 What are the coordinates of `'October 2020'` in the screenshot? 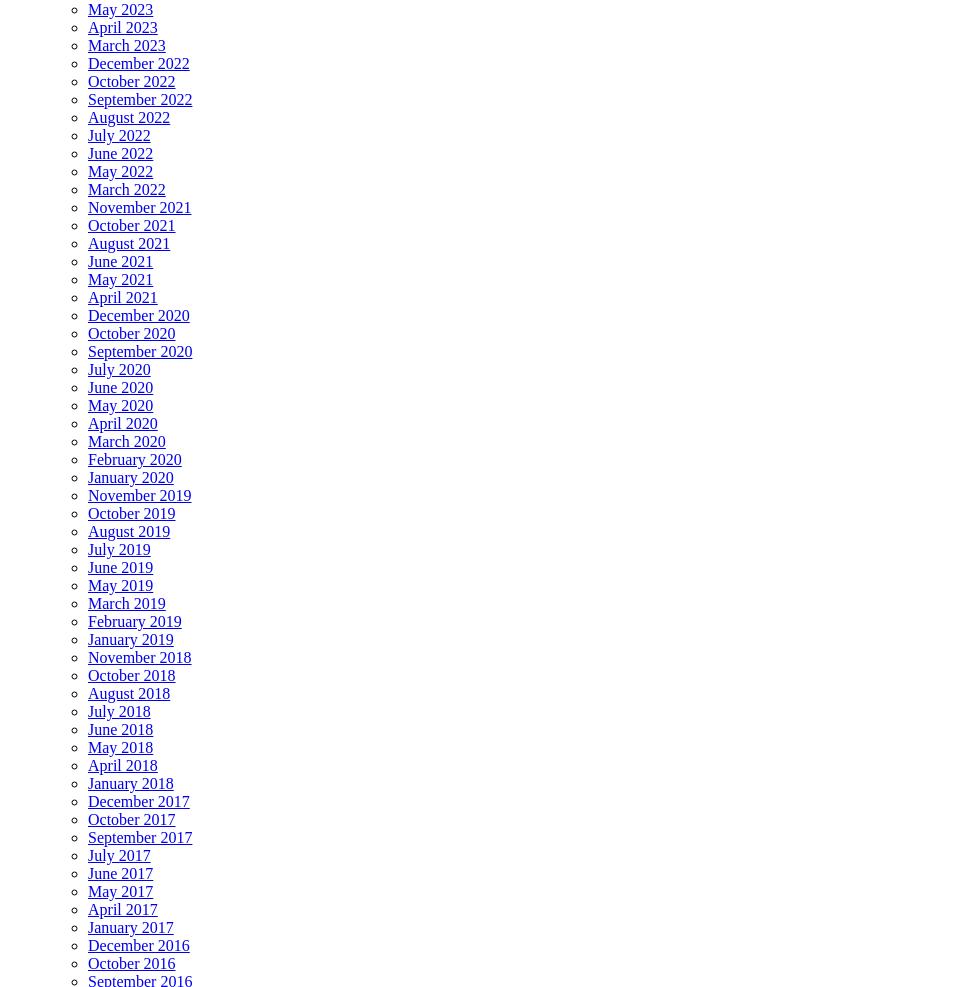 It's located at (131, 332).